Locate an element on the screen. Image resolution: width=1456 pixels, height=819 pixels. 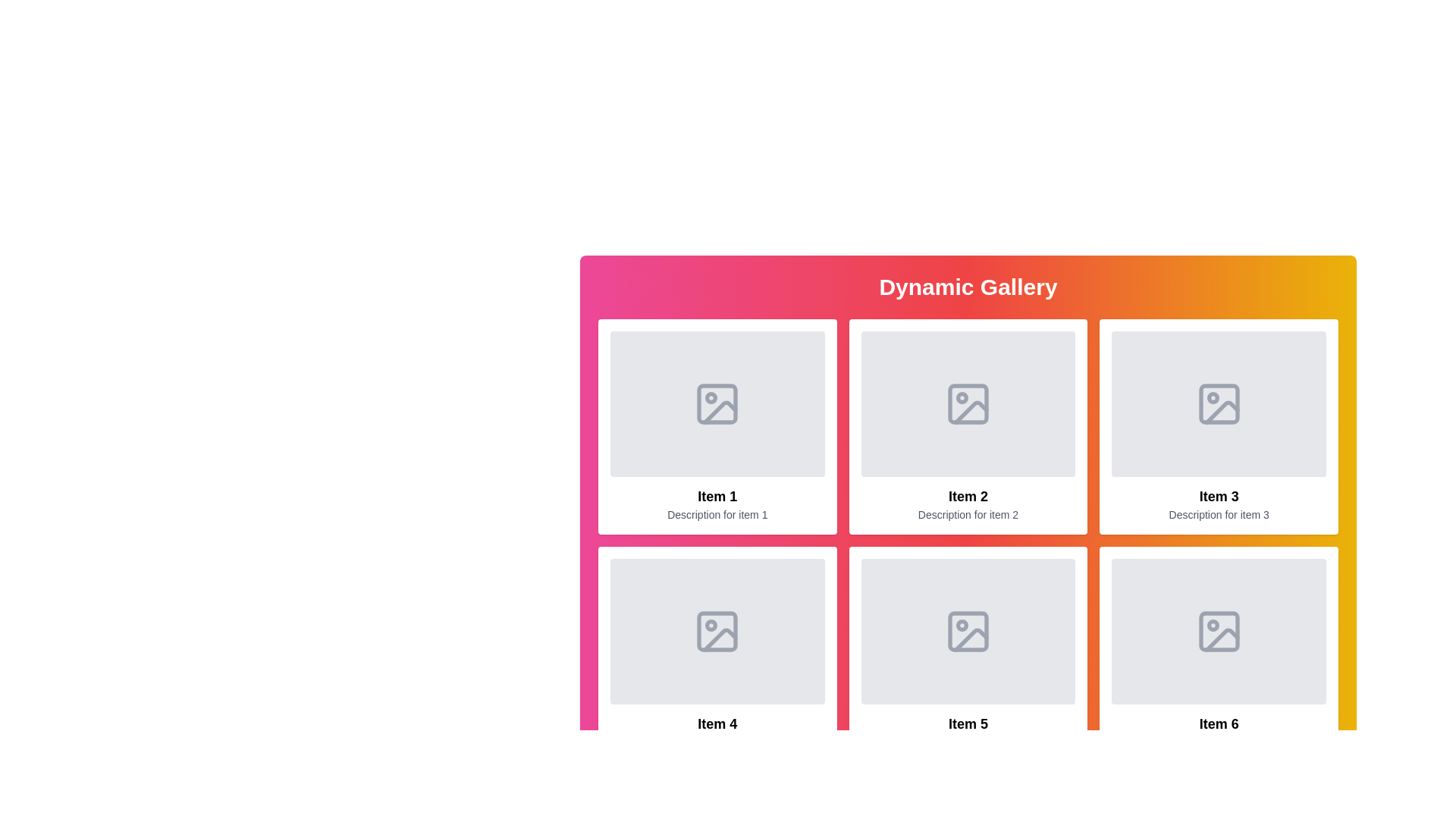
the Decorative SVG circle element located within the first item of the gallery grid layout to visually highlight its status indicator is located at coordinates (711, 397).